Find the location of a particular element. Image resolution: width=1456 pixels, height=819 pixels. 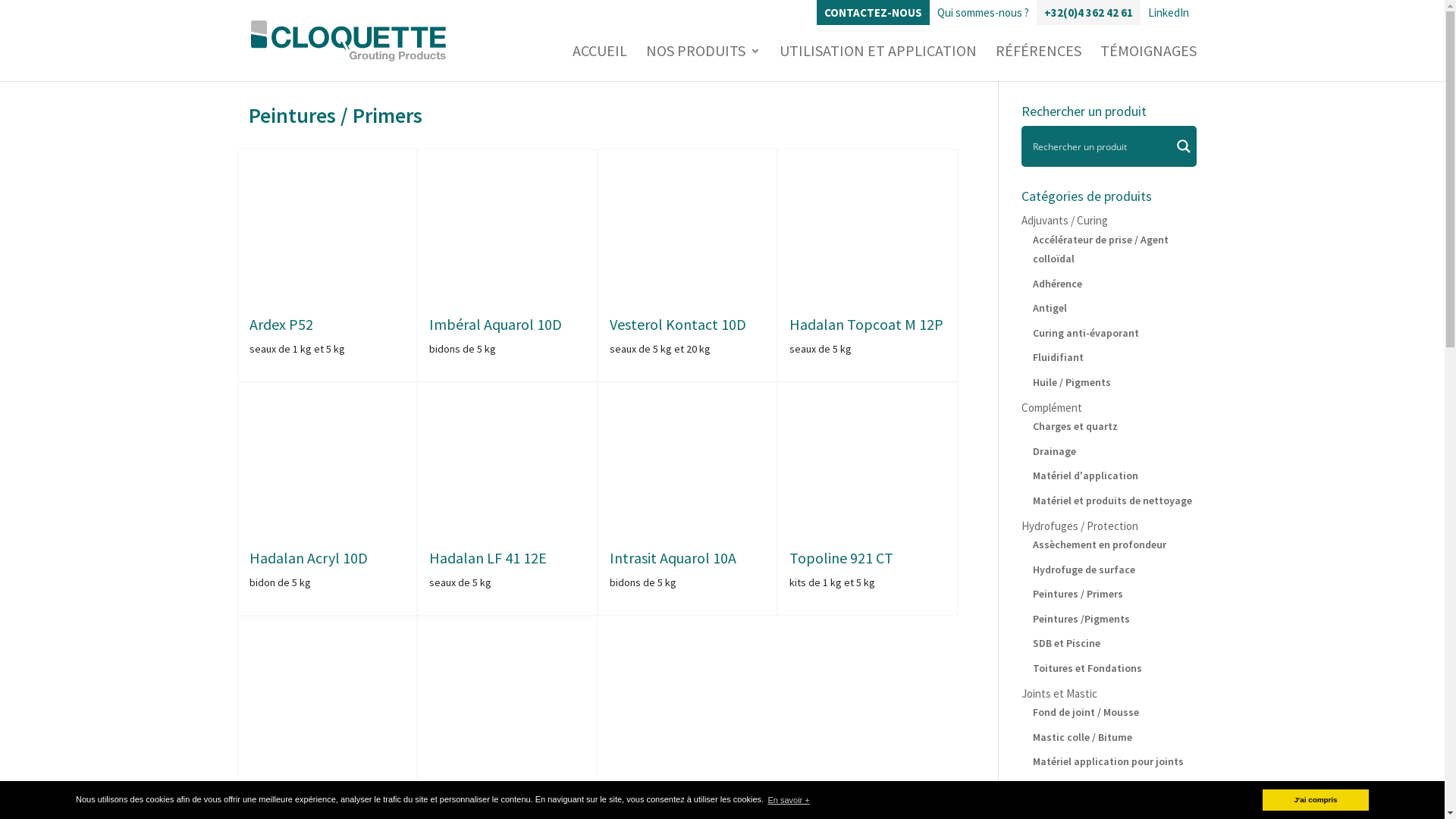

'Ardex P52' is located at coordinates (280, 323).